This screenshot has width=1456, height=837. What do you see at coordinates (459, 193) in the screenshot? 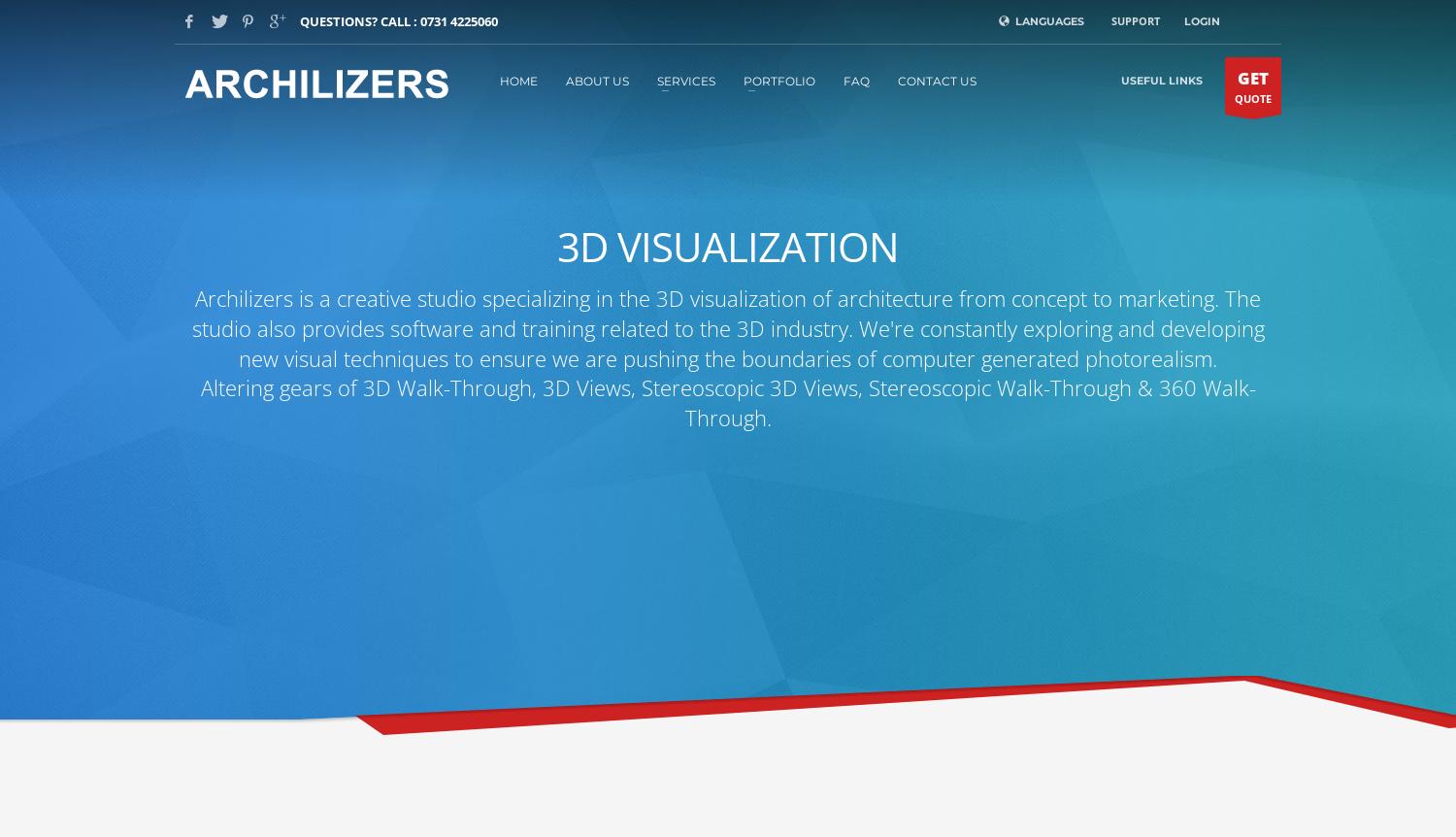
I see `'info@archilizers.com'` at bounding box center [459, 193].